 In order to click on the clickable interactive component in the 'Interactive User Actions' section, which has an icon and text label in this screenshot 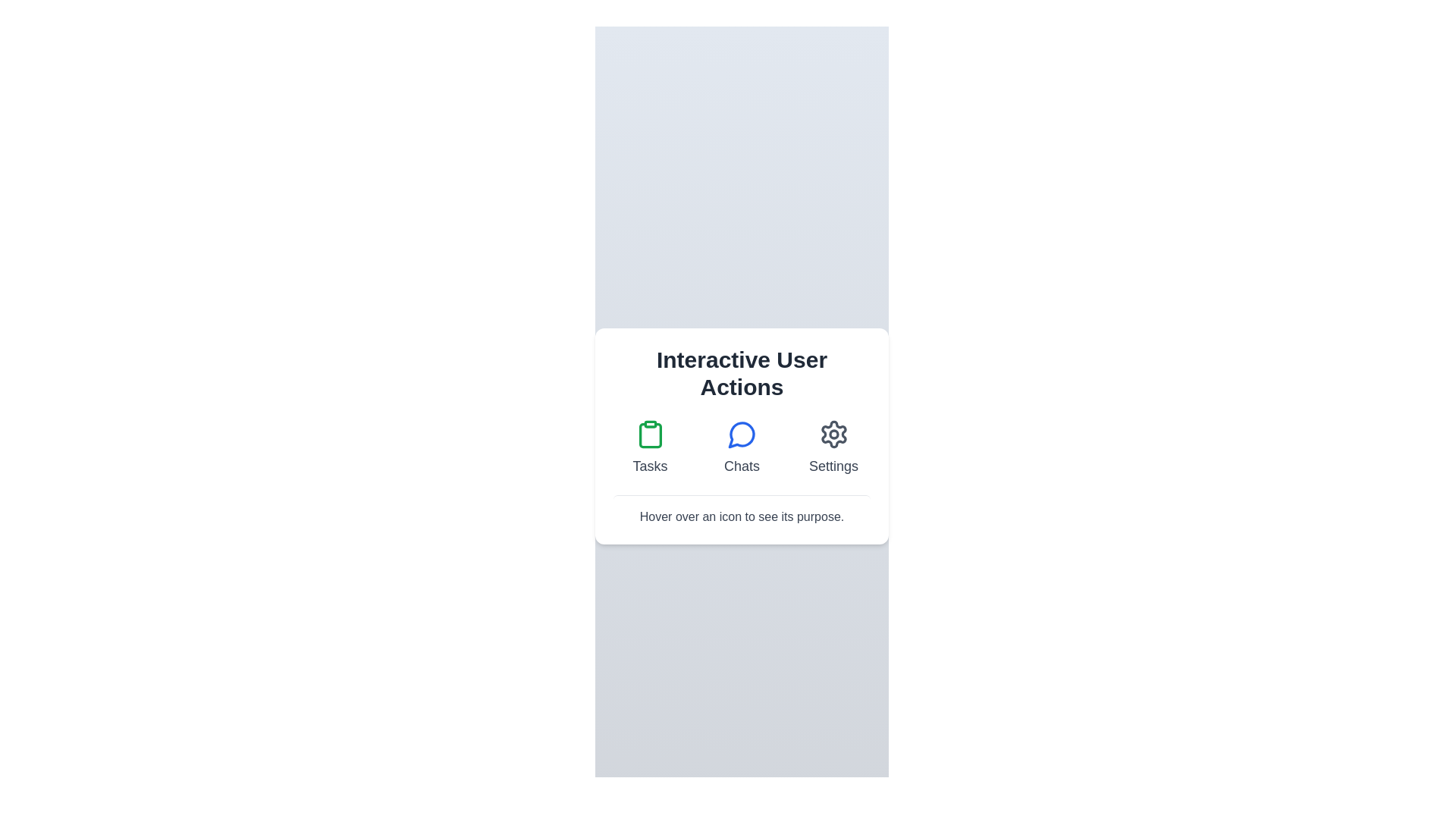, I will do `click(742, 447)`.